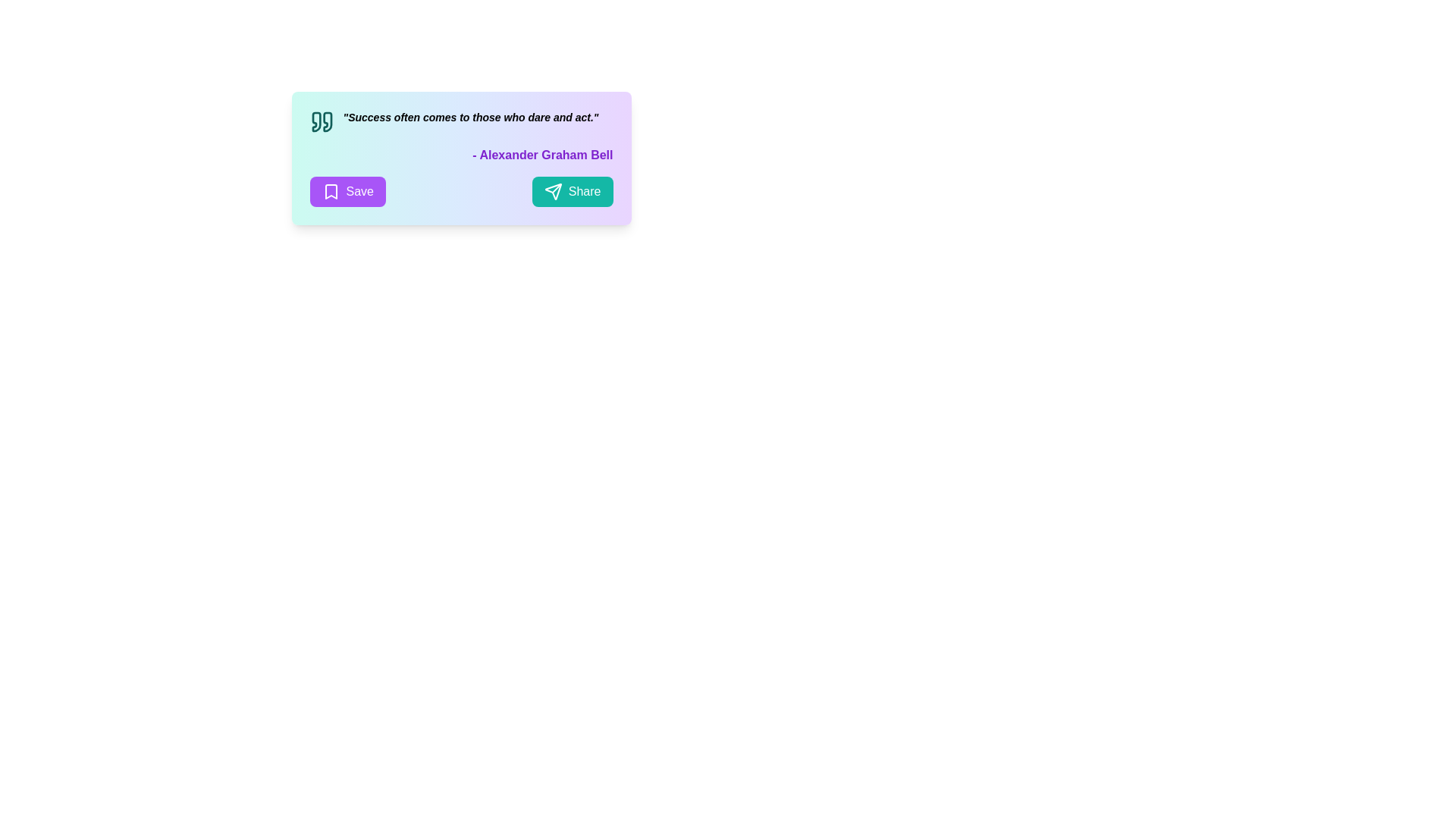 The height and width of the screenshot is (819, 1456). I want to click on the bookmark icon, which is the leftmost icon within the 'Save' button, positioned slightly to the left of the center of the button, so click(330, 191).